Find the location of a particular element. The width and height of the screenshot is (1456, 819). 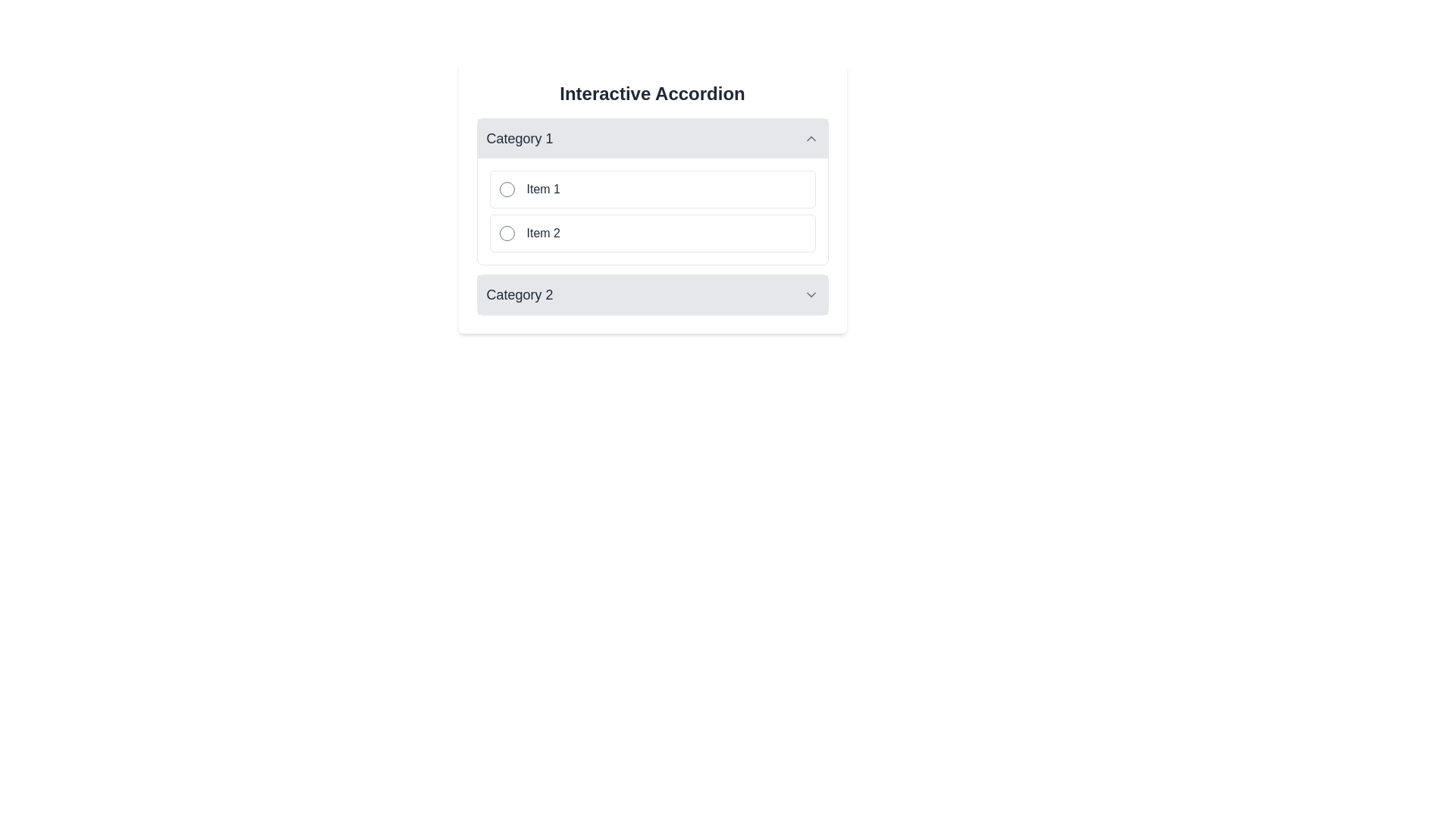

the text label 'Item 2' which is styled in dark gray and located within the collapsible list 'Category 1' is located at coordinates (543, 234).